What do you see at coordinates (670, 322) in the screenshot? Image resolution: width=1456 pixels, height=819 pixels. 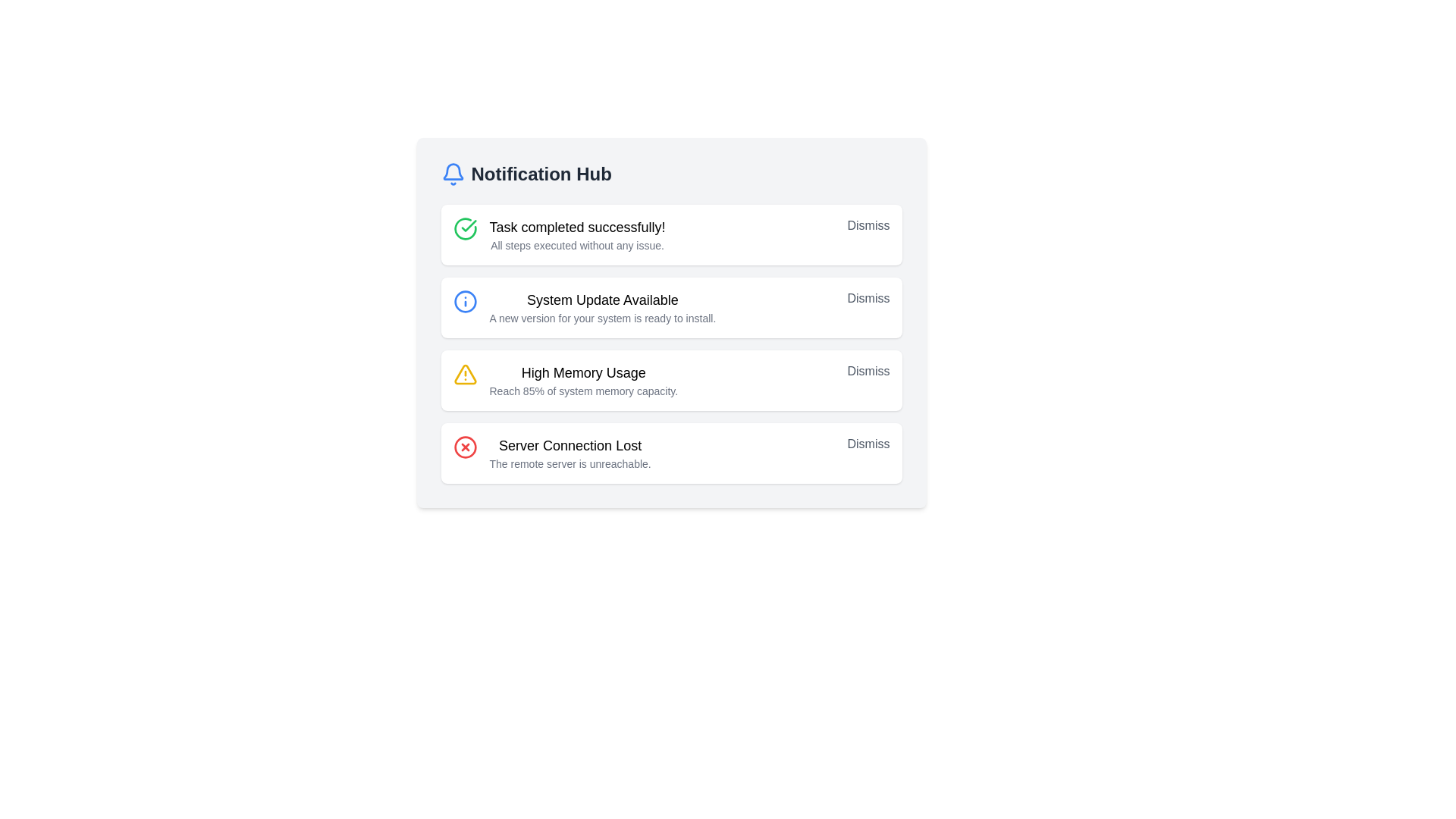 I see `details of the second notification card in the 'Notification Hub', which provides information about a system update` at bounding box center [670, 322].